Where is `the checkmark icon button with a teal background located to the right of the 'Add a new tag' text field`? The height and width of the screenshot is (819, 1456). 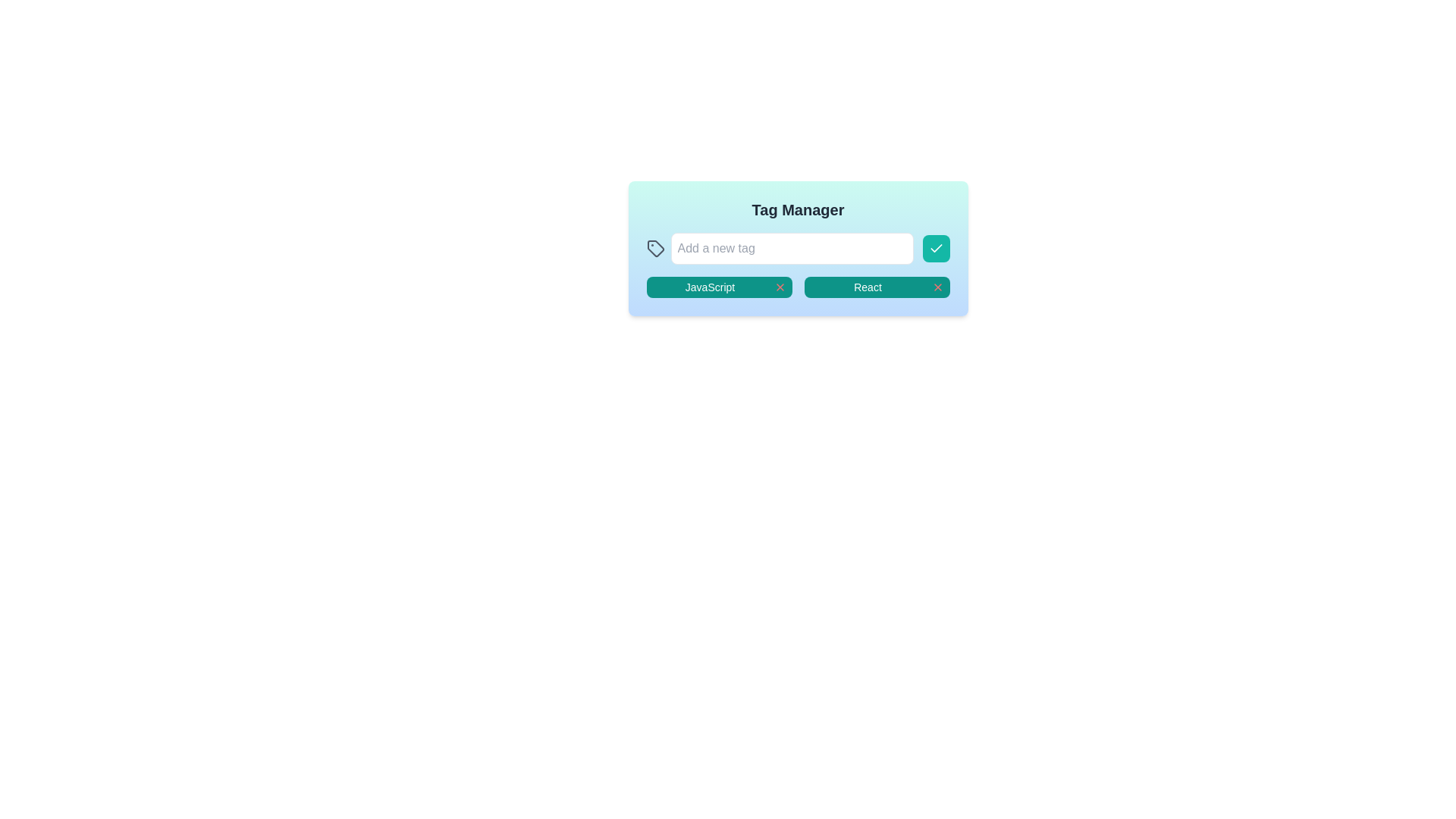 the checkmark icon button with a teal background located to the right of the 'Add a new tag' text field is located at coordinates (935, 247).